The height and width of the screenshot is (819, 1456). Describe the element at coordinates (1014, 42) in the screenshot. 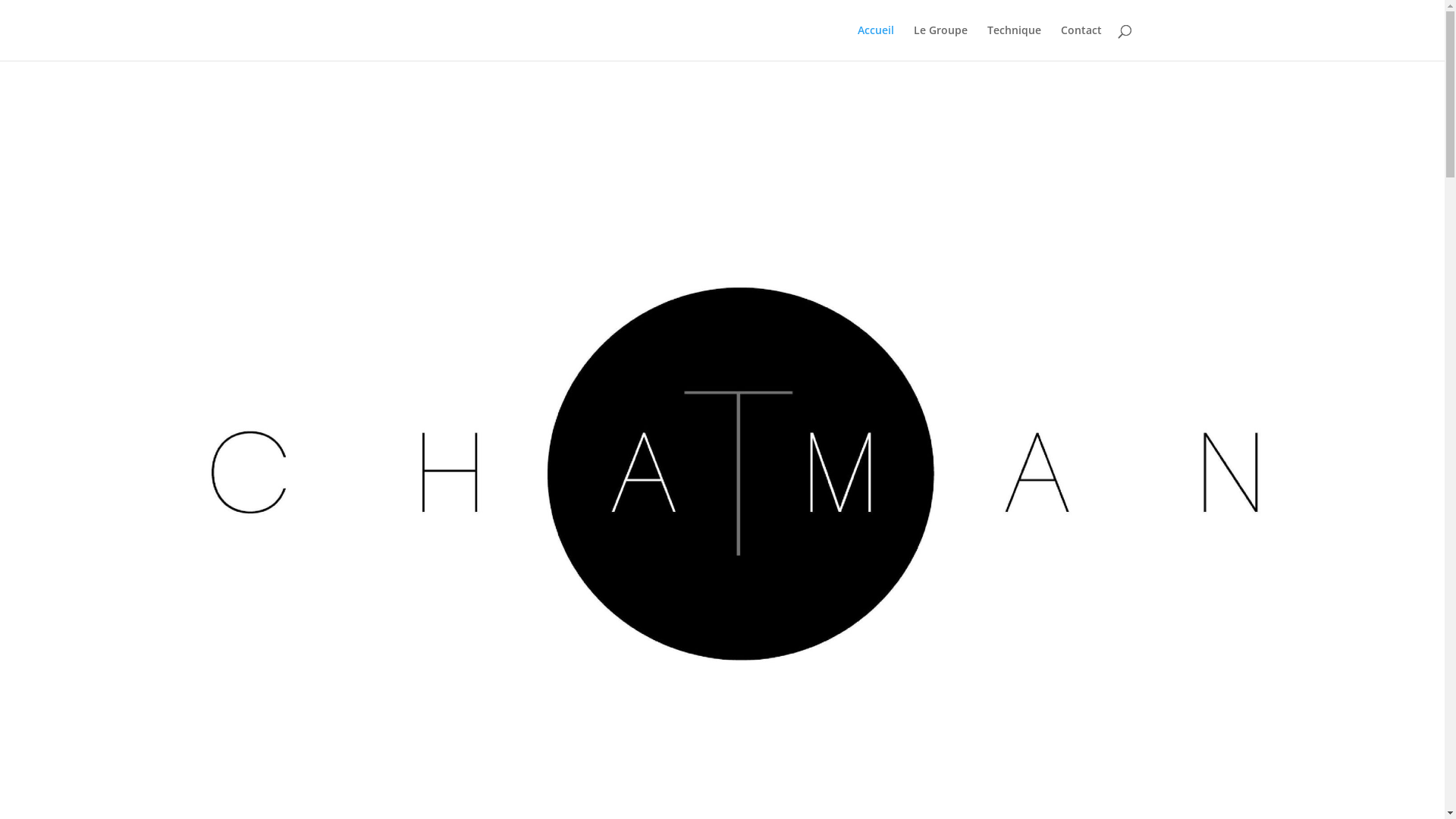

I see `'Technique'` at that location.